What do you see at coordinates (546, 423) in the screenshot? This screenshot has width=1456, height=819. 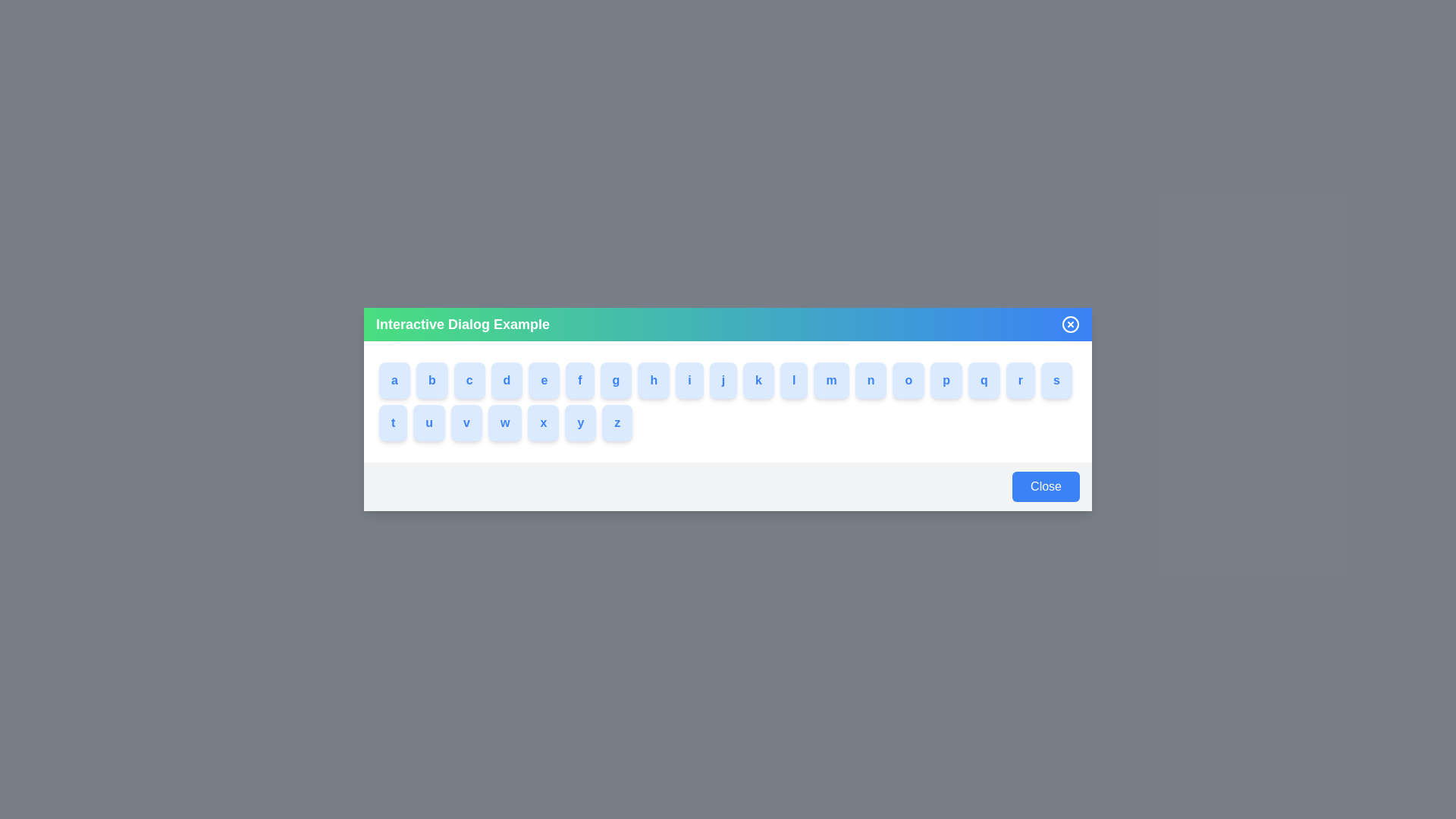 I see `the button labeled with x` at bounding box center [546, 423].